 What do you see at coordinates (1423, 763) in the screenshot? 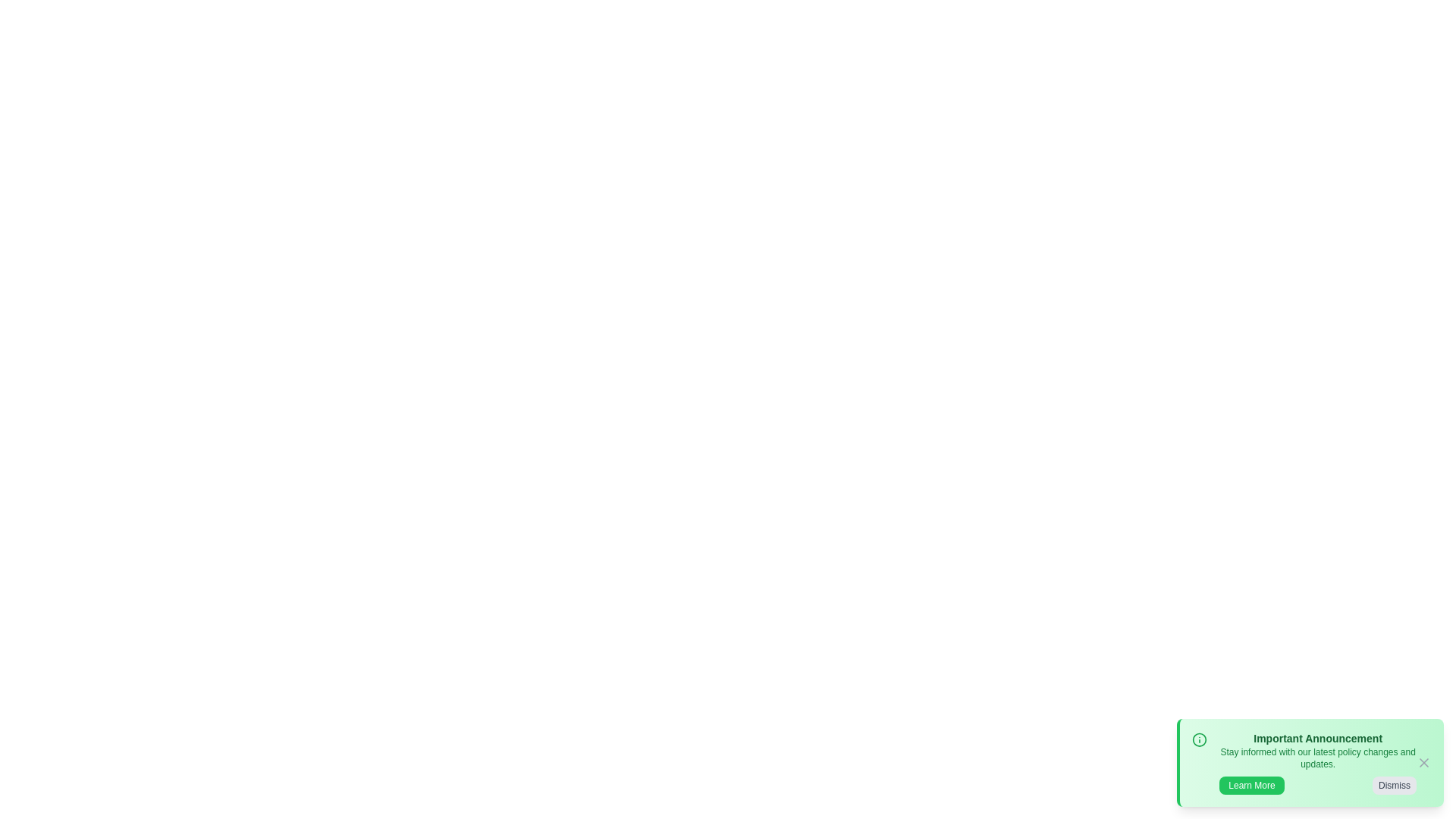
I see `the 'X' icon to observe hover effects` at bounding box center [1423, 763].